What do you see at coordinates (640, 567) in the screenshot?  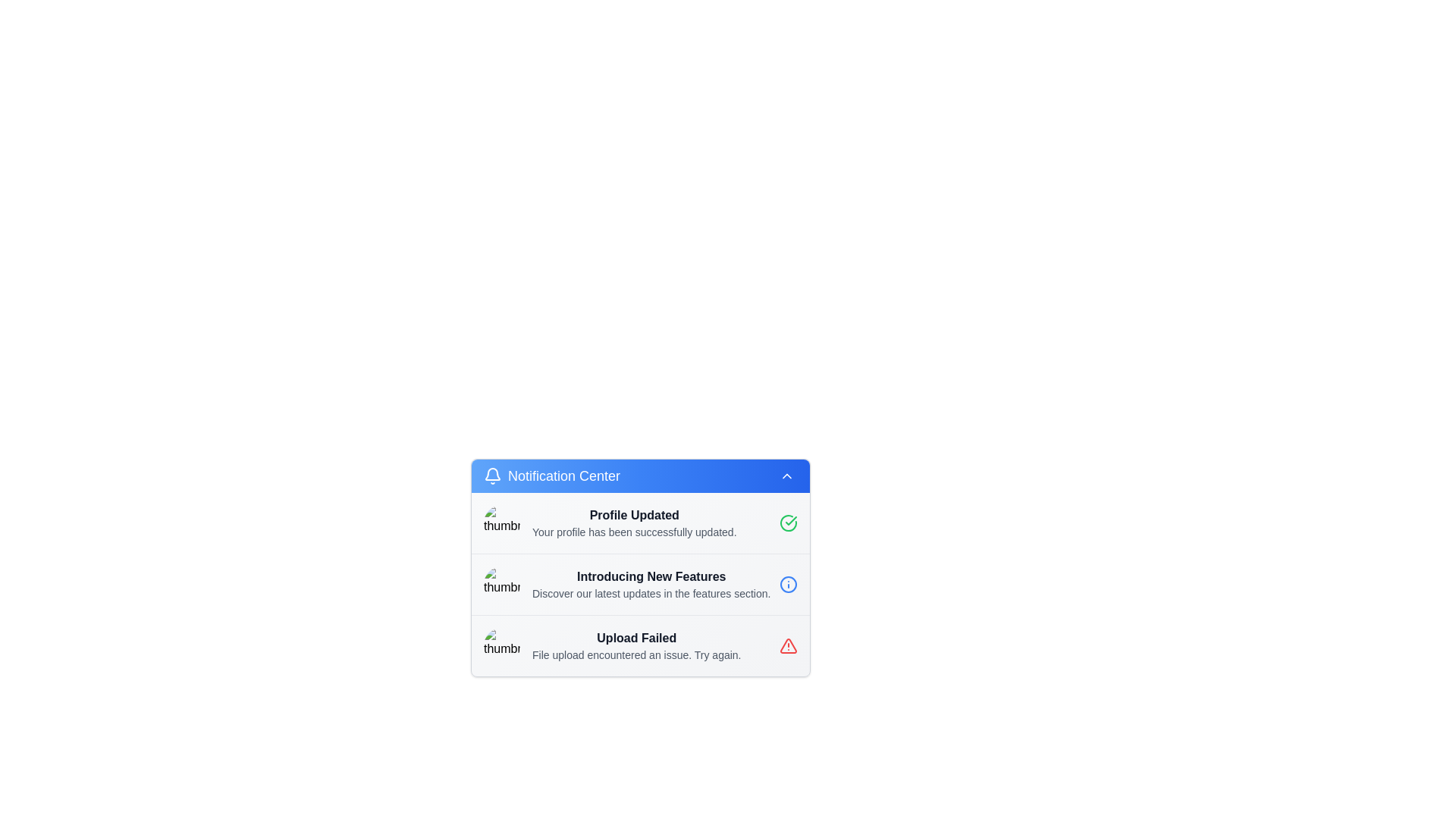 I see `the Notification card section that displays new feature availability, which is the second item in a vertically stacked list of notifications` at bounding box center [640, 567].